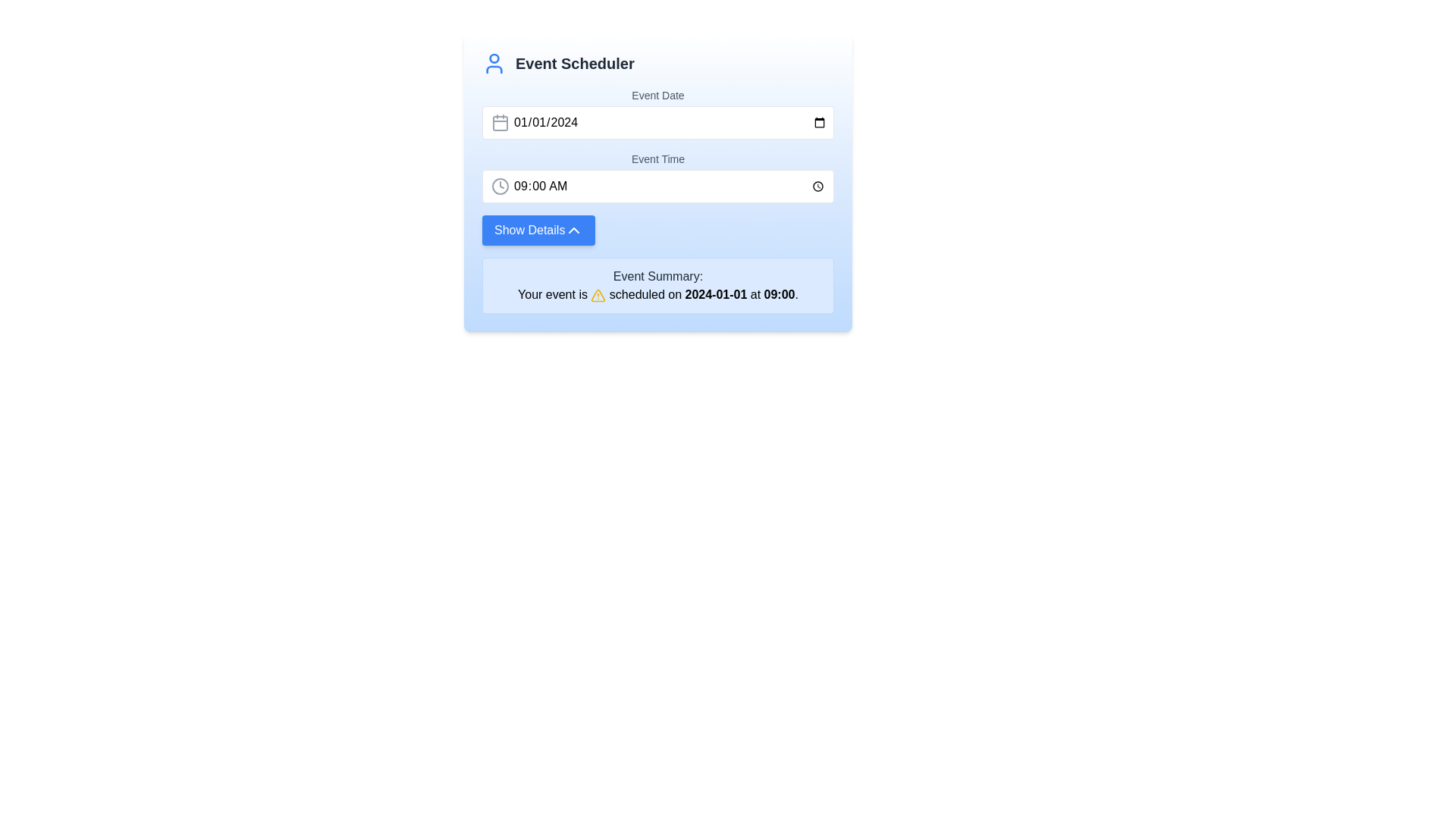 The width and height of the screenshot is (1456, 819). What do you see at coordinates (500, 186) in the screenshot?
I see `the clock icon located to the left of the '09:00 AM' input box in the 'Event Time' section` at bounding box center [500, 186].